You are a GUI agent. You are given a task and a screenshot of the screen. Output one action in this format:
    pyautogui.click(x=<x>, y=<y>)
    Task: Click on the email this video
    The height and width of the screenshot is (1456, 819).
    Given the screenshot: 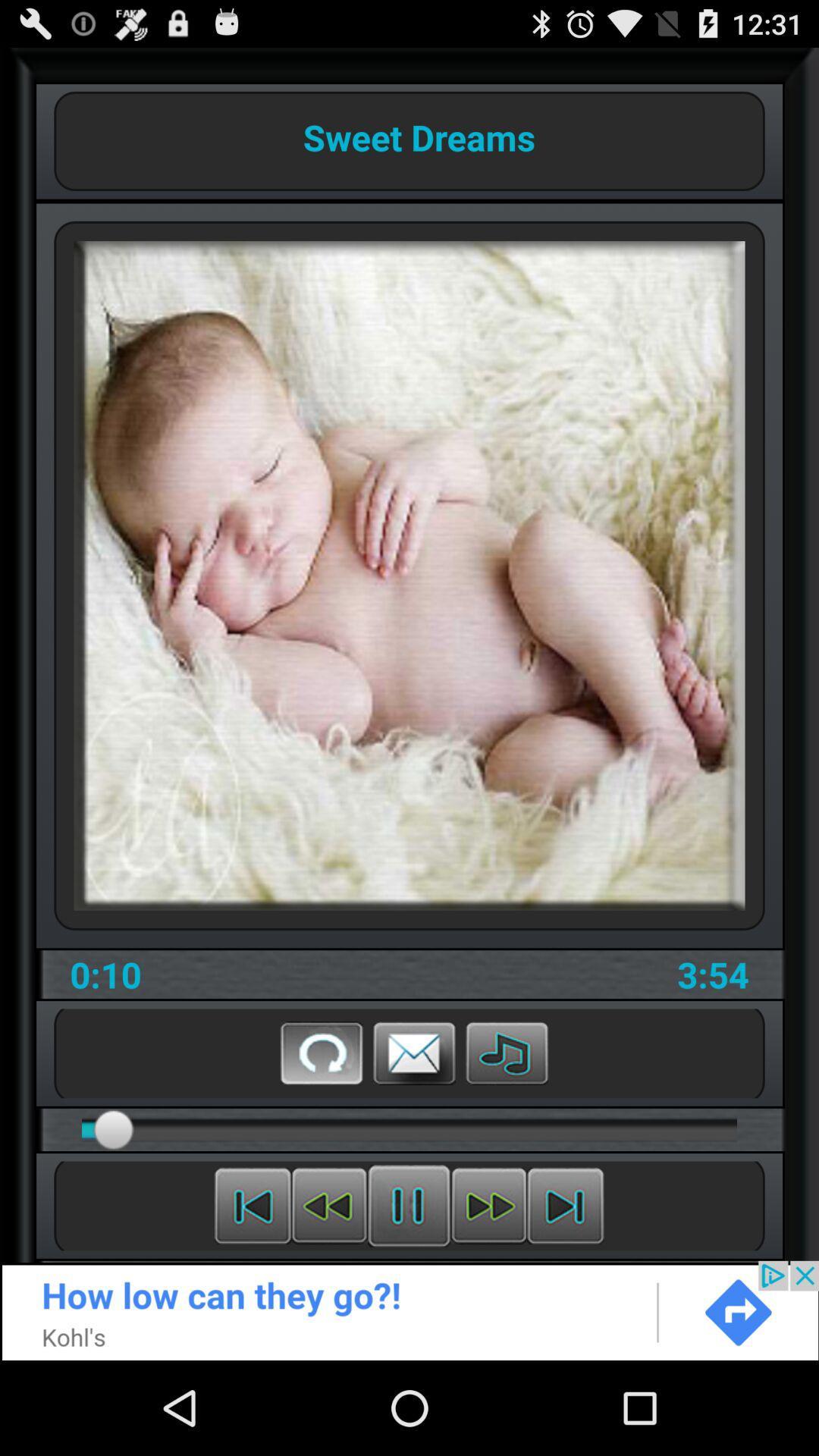 What is the action you would take?
    pyautogui.click(x=414, y=1052)
    